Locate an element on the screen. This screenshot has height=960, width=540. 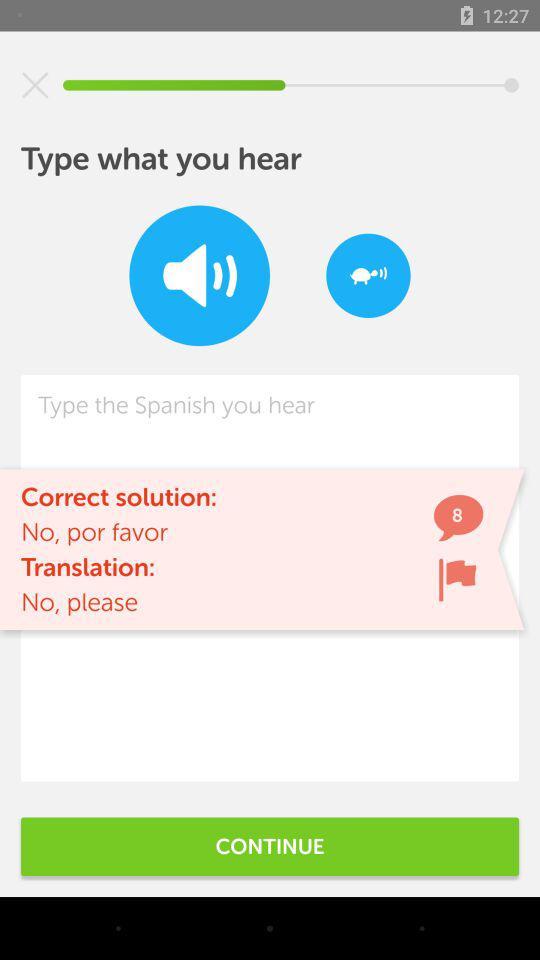
flag the entry report the entry is located at coordinates (457, 579).